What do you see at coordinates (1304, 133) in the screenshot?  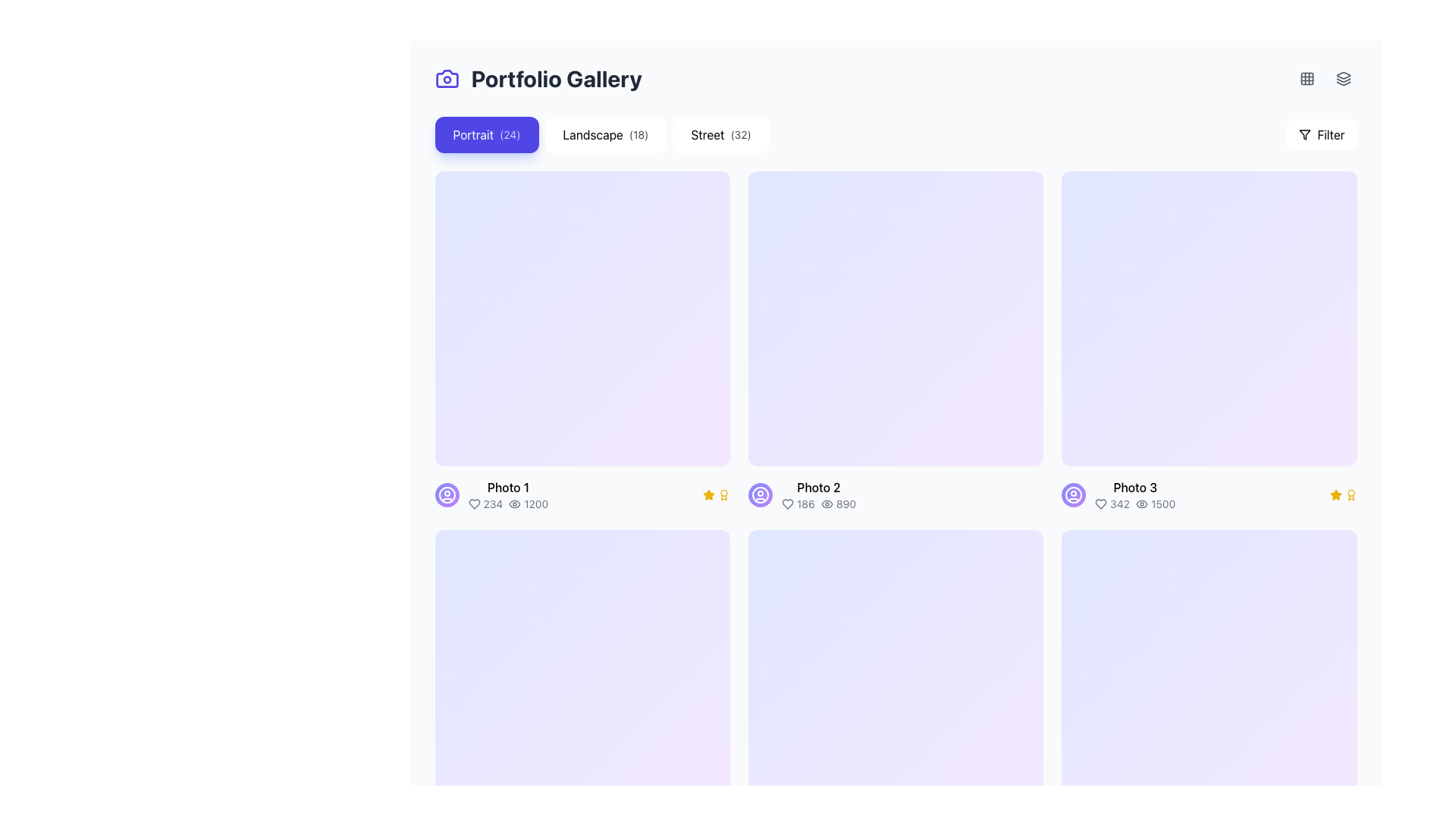 I see `the filter icon, which is an inverted triangle shape outlined and located within the 'Filter' button in the top-right section of the interface` at bounding box center [1304, 133].